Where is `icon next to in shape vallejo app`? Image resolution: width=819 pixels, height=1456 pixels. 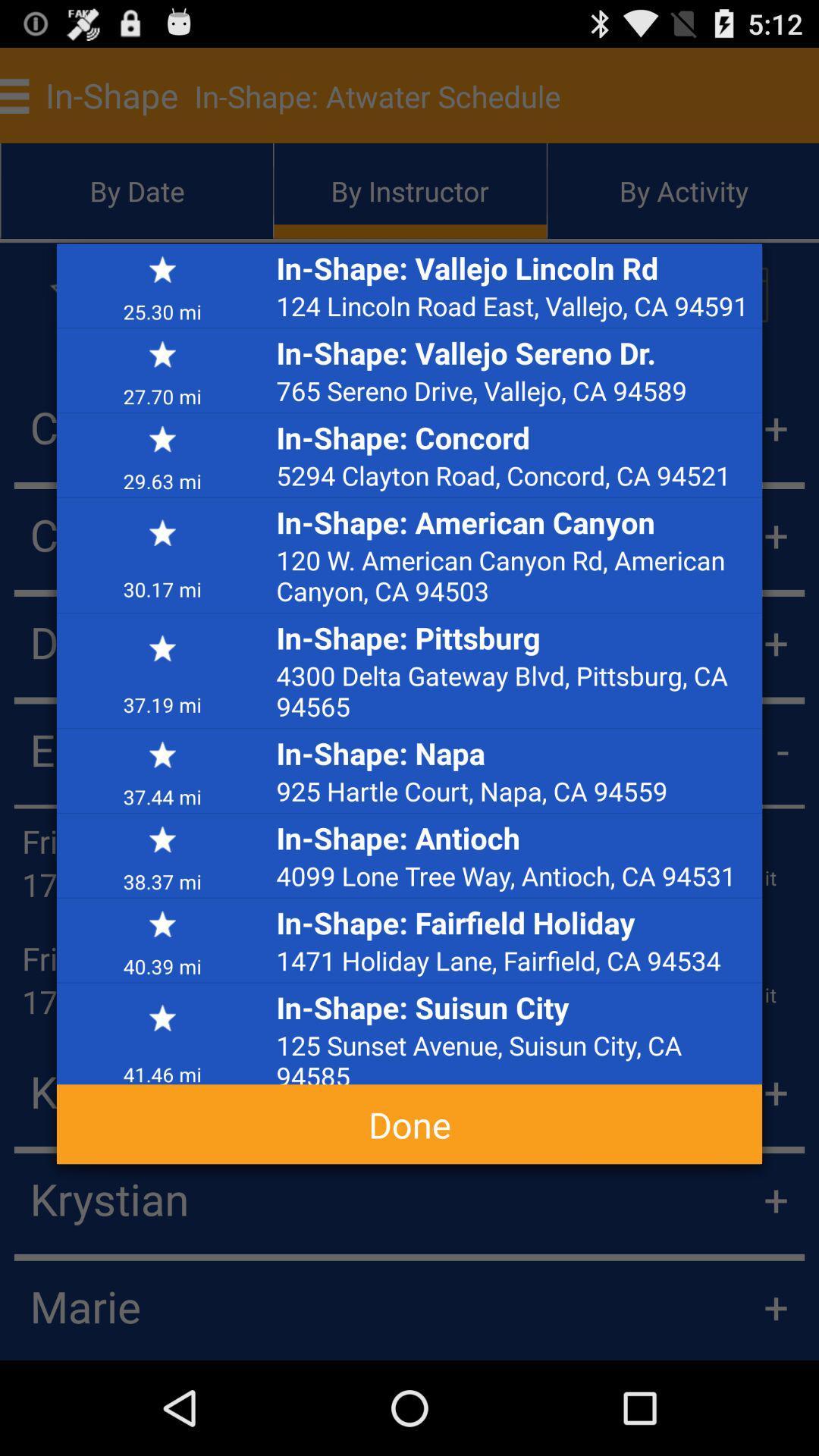 icon next to in shape vallejo app is located at coordinates (162, 396).